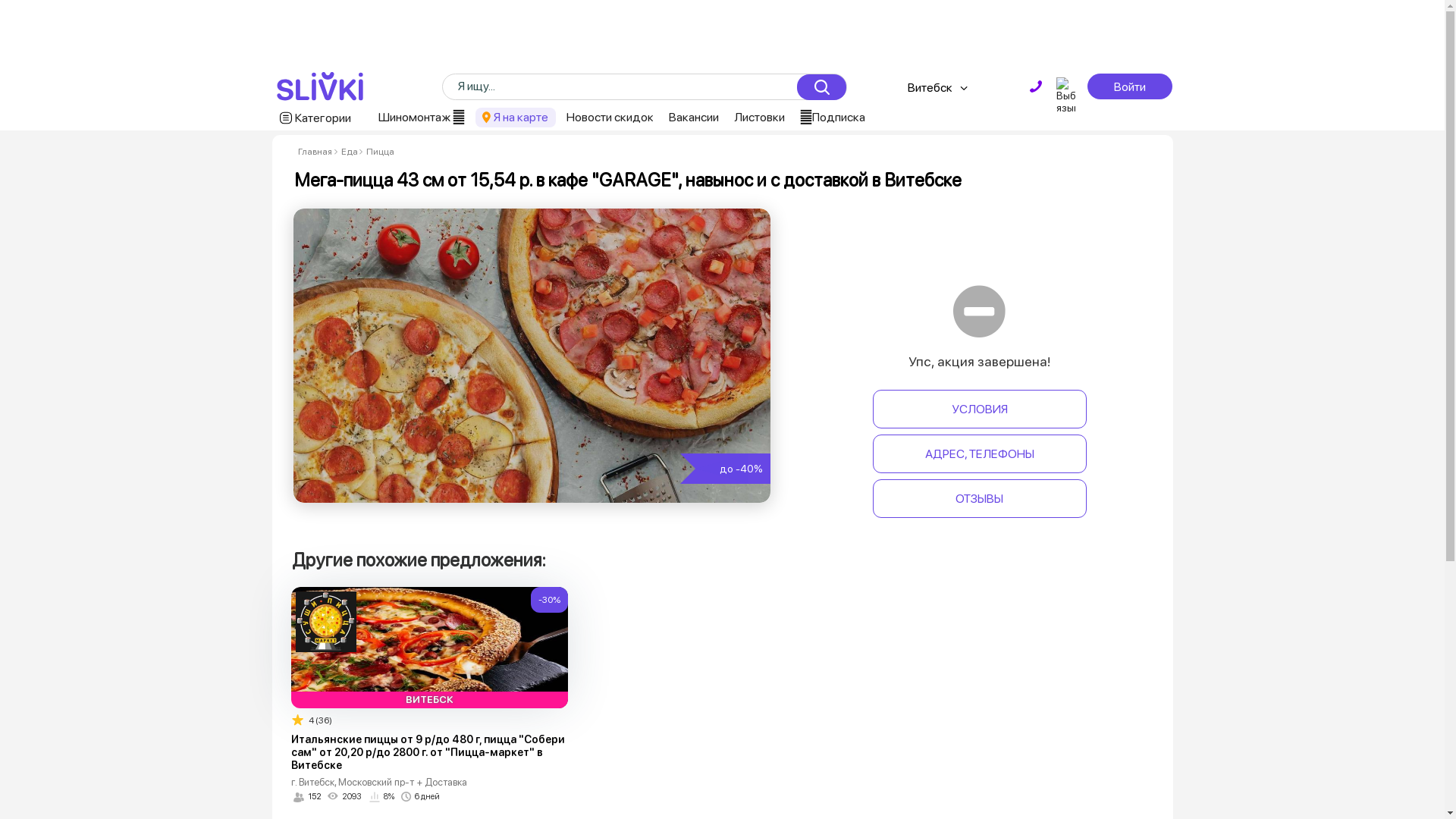 This screenshot has width=1456, height=819. I want to click on ' ', so click(1035, 86).